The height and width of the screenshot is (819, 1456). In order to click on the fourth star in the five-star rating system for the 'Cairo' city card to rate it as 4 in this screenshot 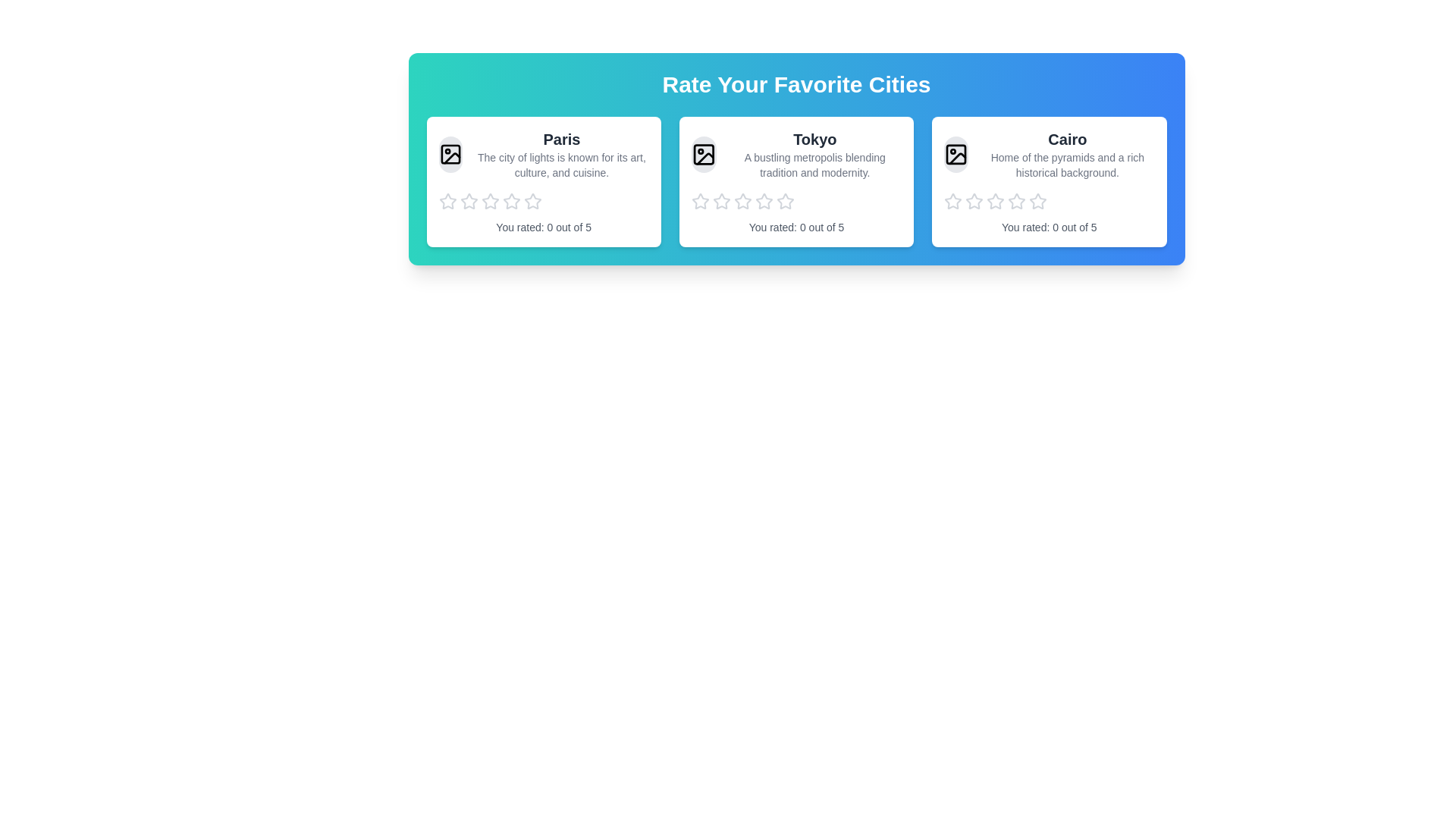, I will do `click(996, 201)`.